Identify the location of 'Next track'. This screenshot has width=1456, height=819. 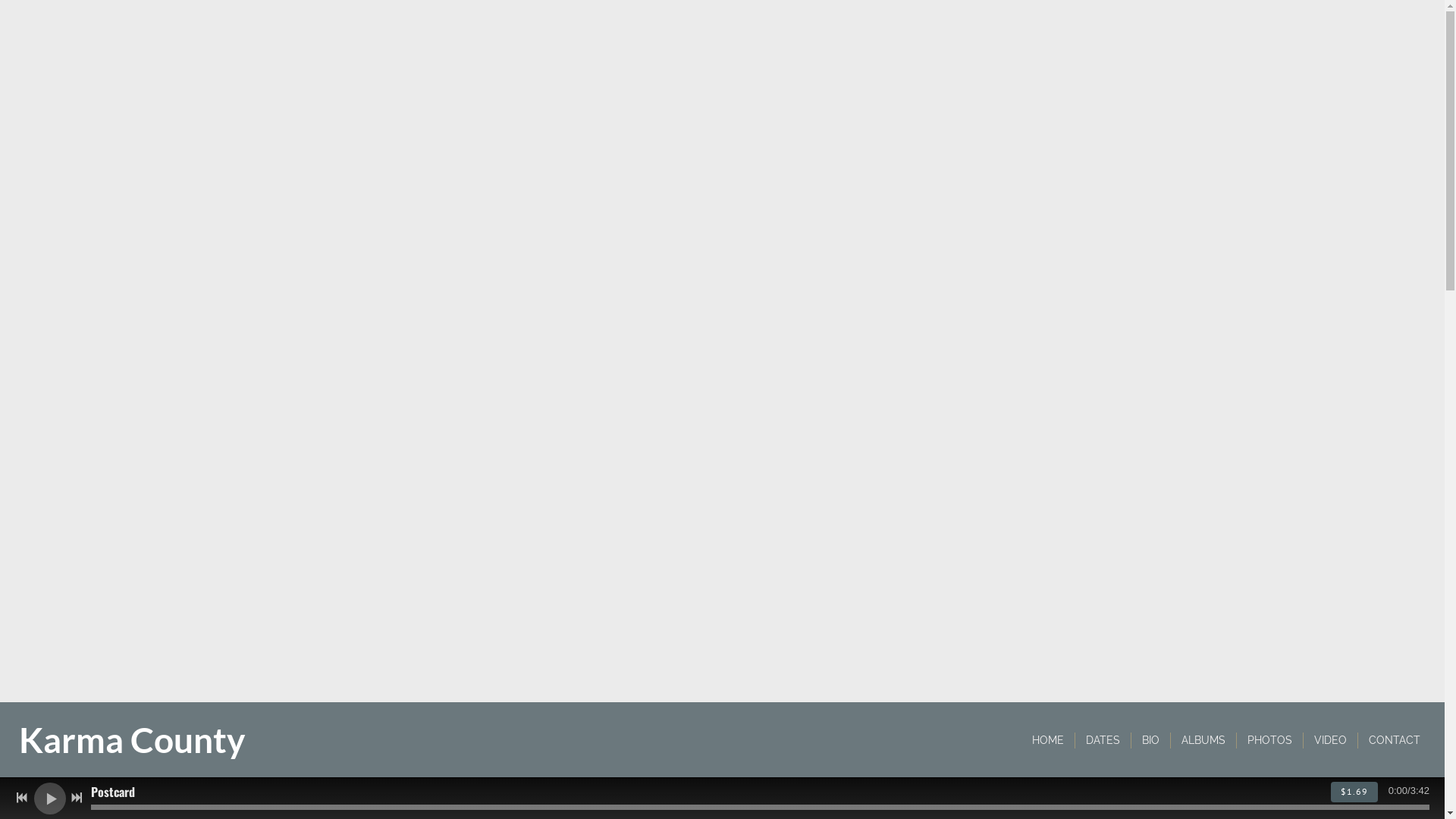
(75, 797).